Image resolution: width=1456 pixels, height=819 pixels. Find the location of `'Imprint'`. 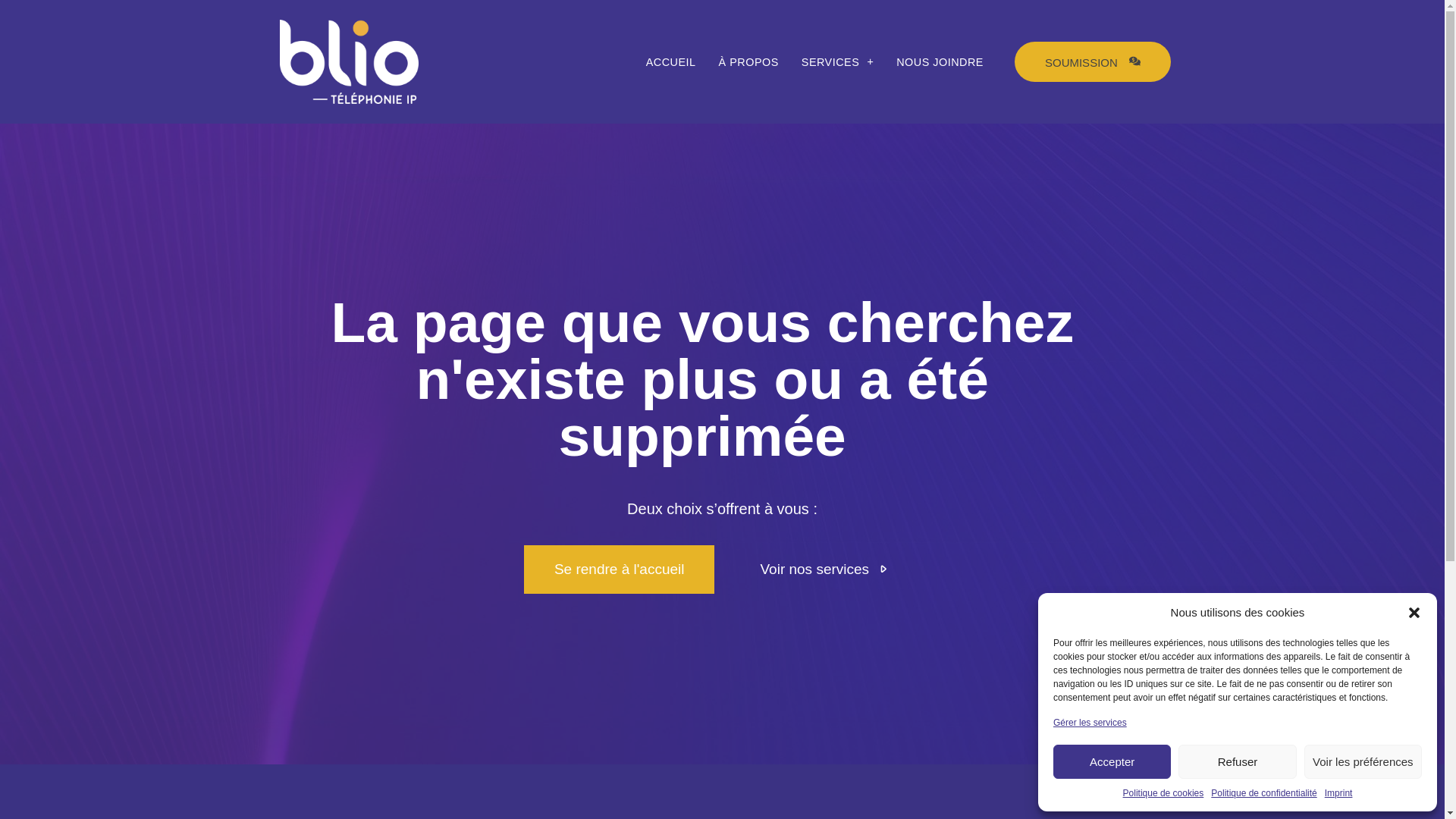

'Imprint' is located at coordinates (1324, 792).